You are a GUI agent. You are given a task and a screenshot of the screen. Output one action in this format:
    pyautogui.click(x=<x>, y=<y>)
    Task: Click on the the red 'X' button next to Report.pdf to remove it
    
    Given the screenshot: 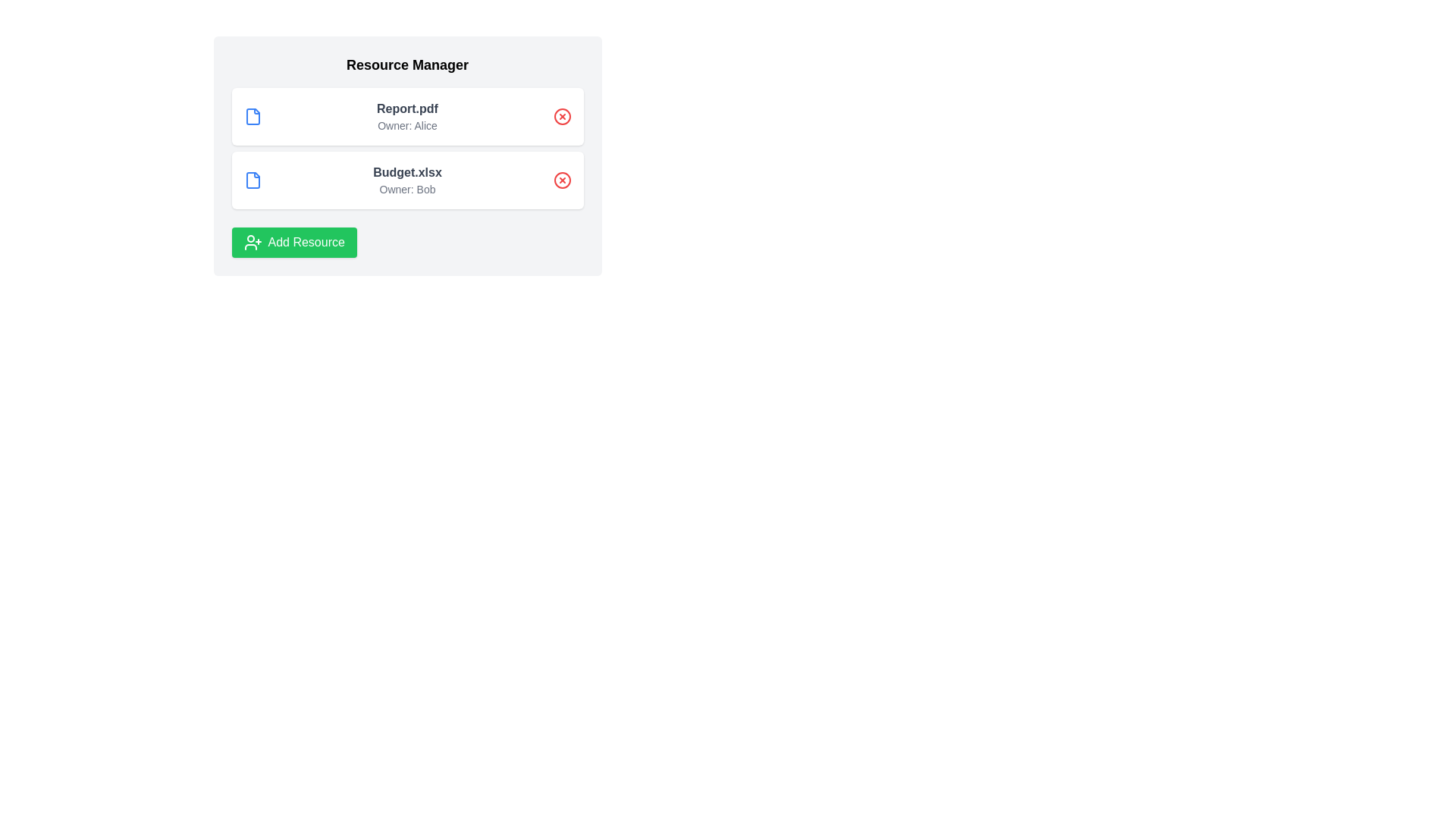 What is the action you would take?
    pyautogui.click(x=561, y=116)
    